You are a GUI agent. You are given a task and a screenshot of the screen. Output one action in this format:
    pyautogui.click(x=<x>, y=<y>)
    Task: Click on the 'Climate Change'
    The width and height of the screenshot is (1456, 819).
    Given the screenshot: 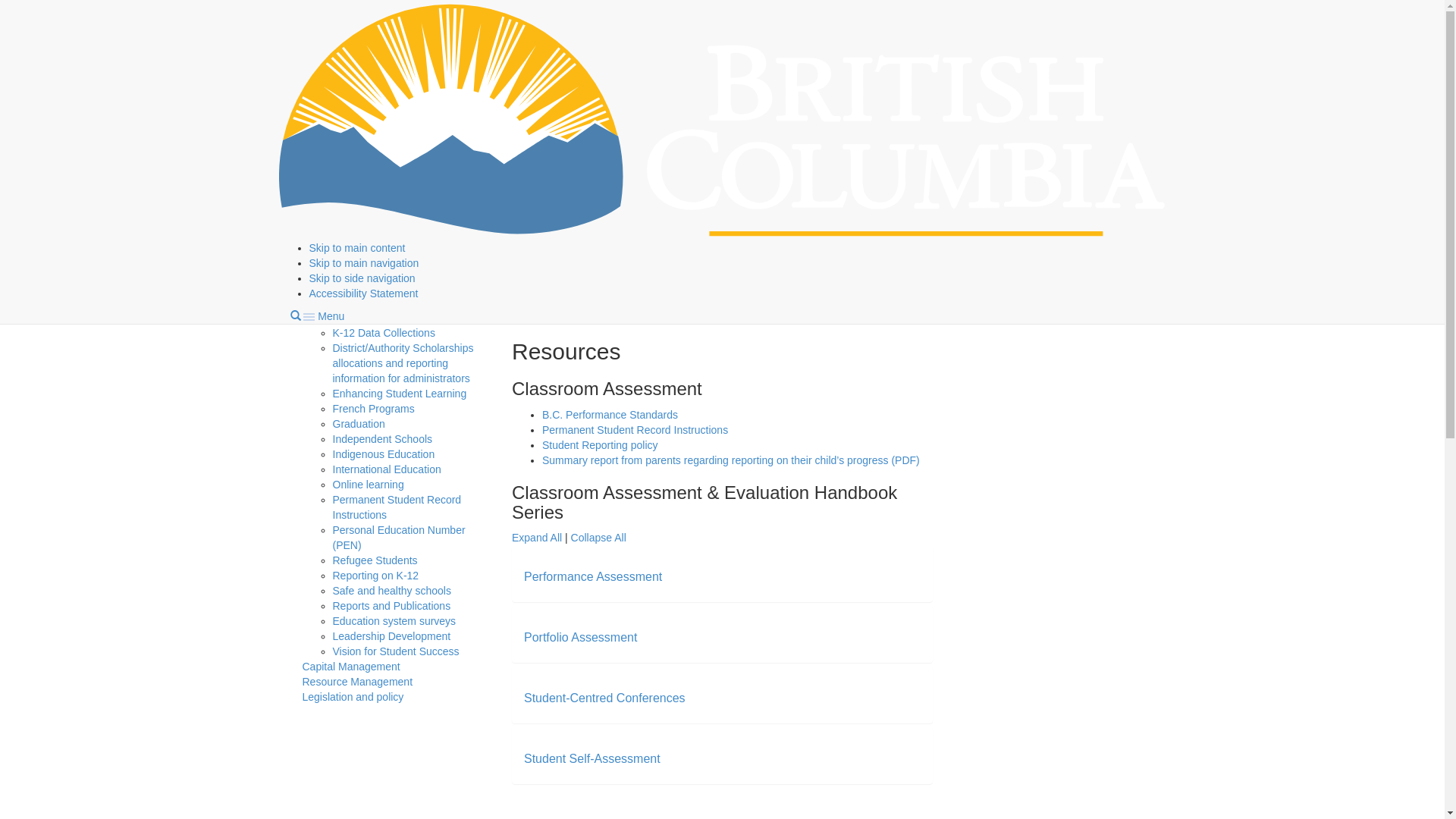 What is the action you would take?
    pyautogui.click(x=370, y=302)
    